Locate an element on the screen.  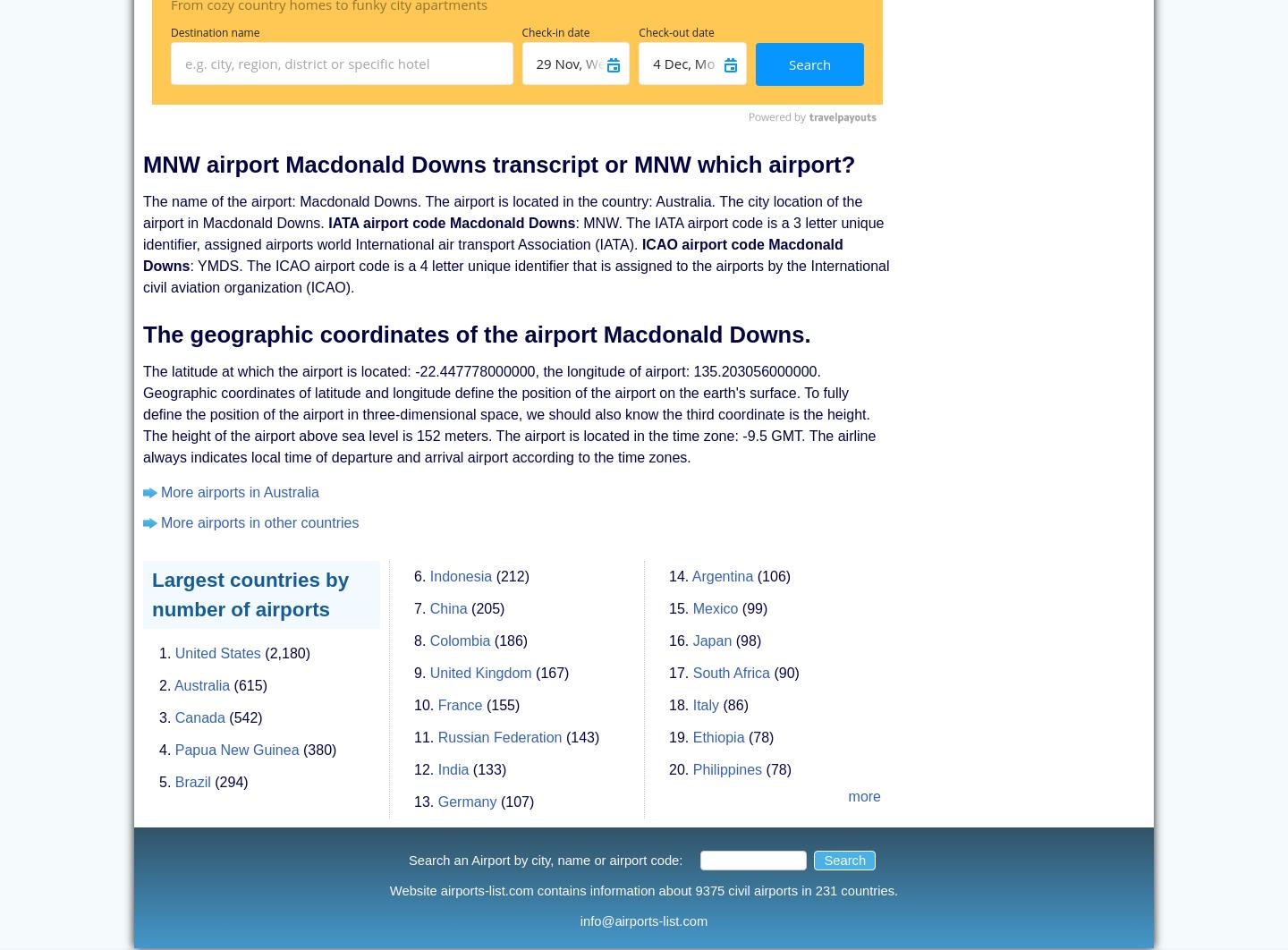
'Australia' is located at coordinates (201, 685).